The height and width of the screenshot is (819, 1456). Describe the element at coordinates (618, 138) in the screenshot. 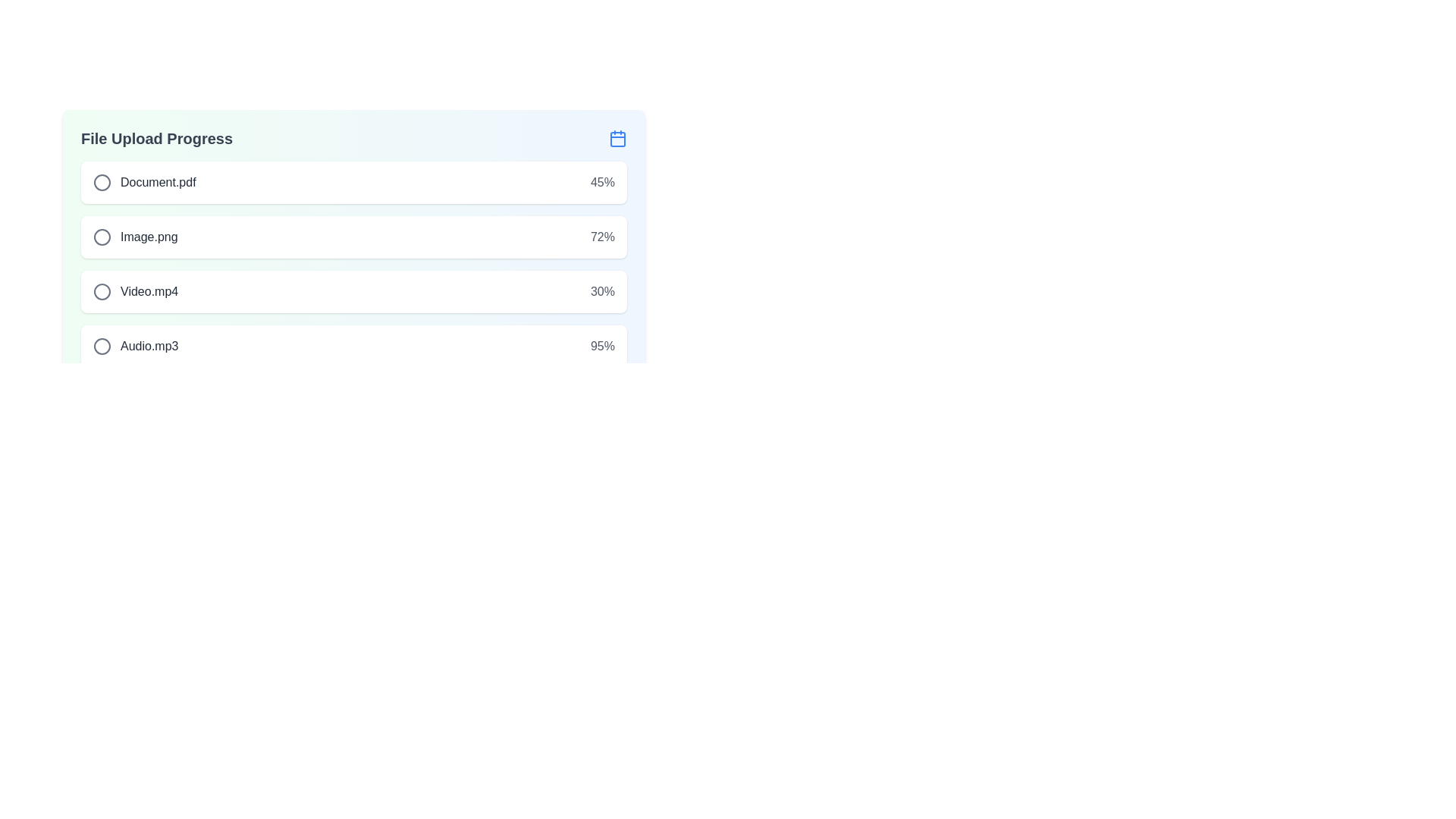

I see `the calendar icon located to the far right of the 'File Upload Progress' header section` at that location.